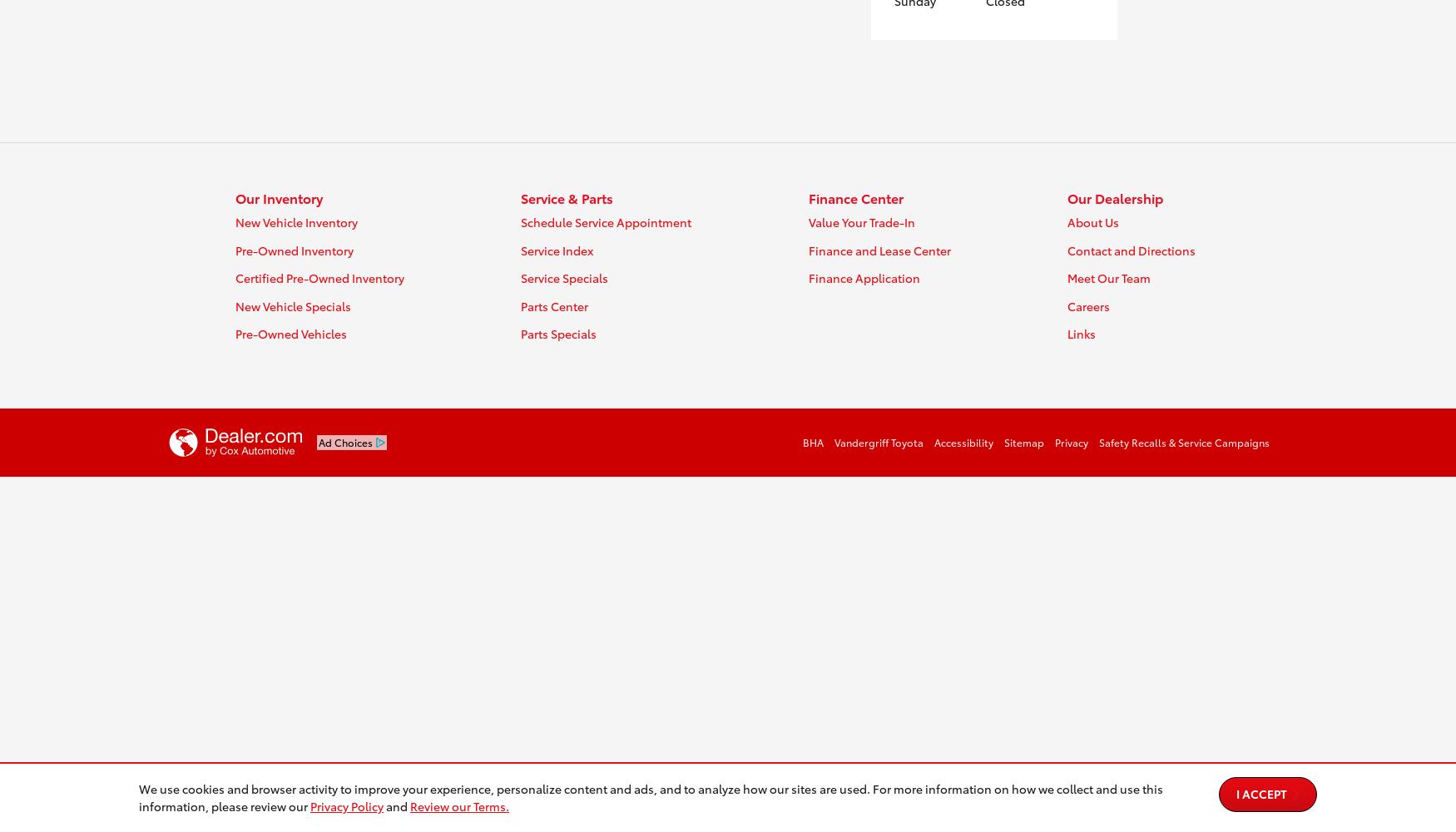 The image size is (1456, 832). What do you see at coordinates (520, 196) in the screenshot?
I see `'Service & Parts'` at bounding box center [520, 196].